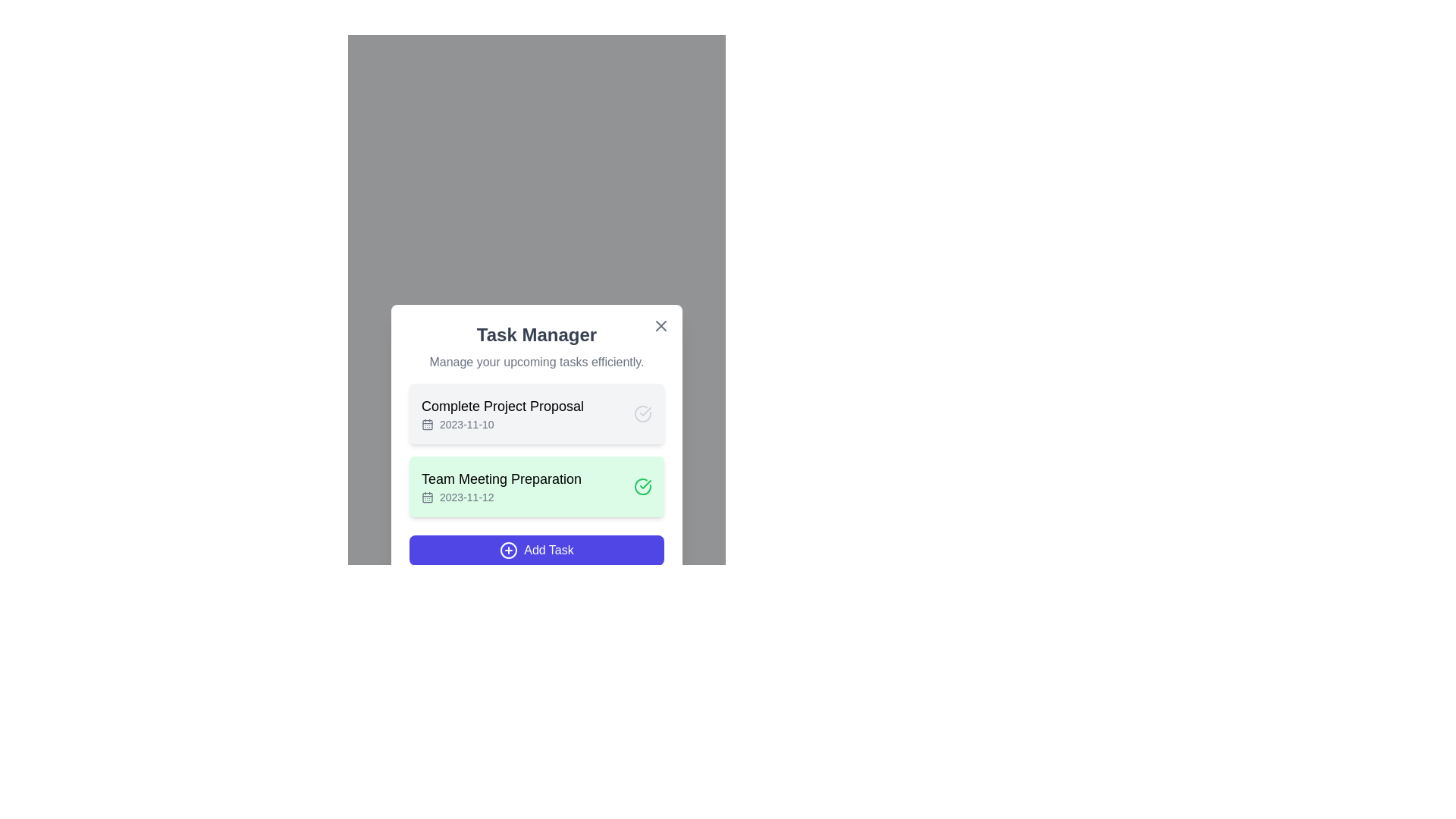 The width and height of the screenshot is (1456, 819). Describe the element at coordinates (537, 334) in the screenshot. I see `the bold title text 'Task Manager' which is styled with a large font size and dark gray color, indicating its prominence as a header` at that location.